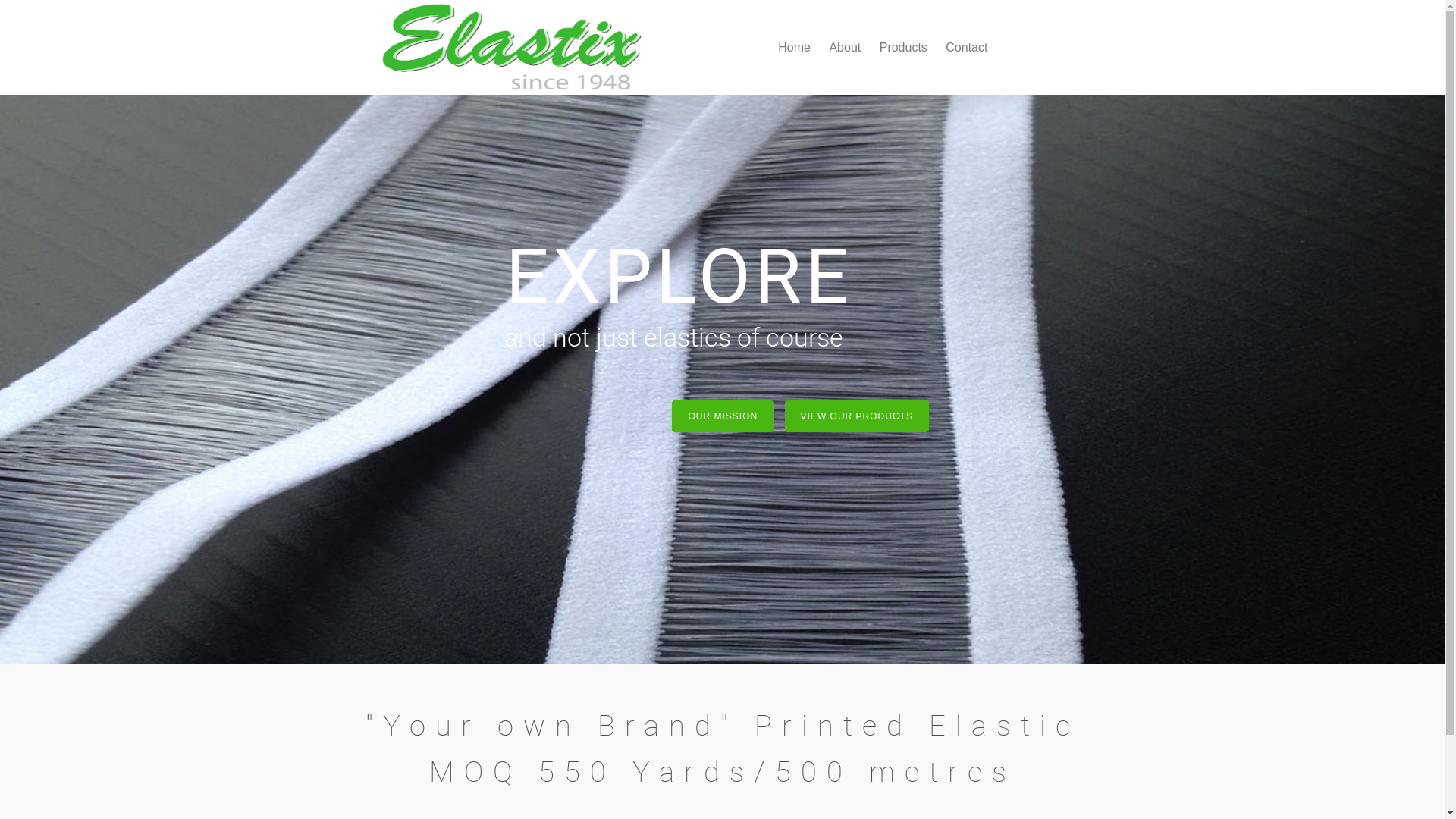 The image size is (1456, 819). Describe the element at coordinates (843, 45) in the screenshot. I see `'About'` at that location.